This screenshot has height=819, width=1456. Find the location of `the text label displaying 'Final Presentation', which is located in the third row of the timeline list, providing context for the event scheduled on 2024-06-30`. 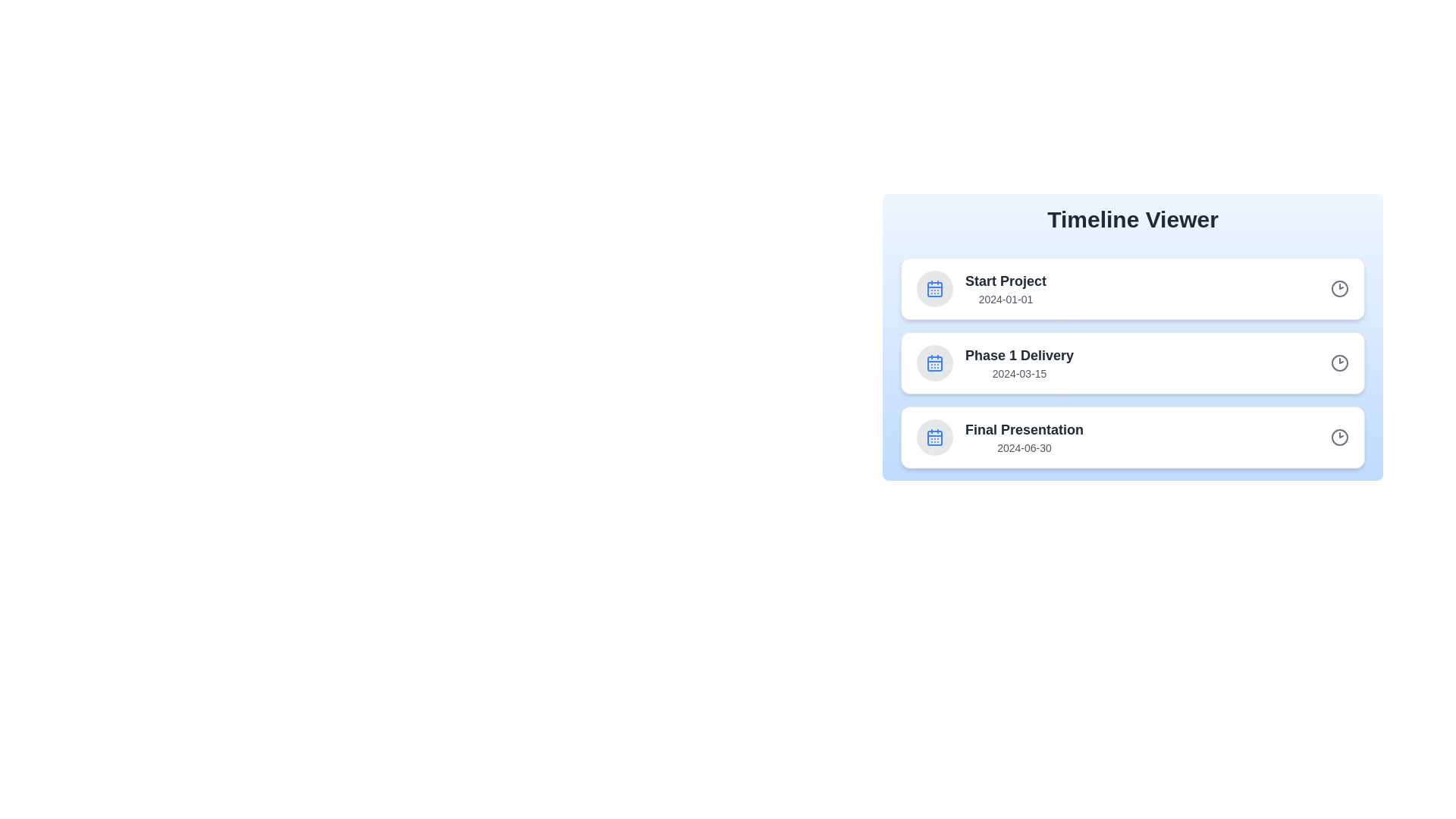

the text label displaying 'Final Presentation', which is located in the third row of the timeline list, providing context for the event scheduled on 2024-06-30 is located at coordinates (1025, 430).